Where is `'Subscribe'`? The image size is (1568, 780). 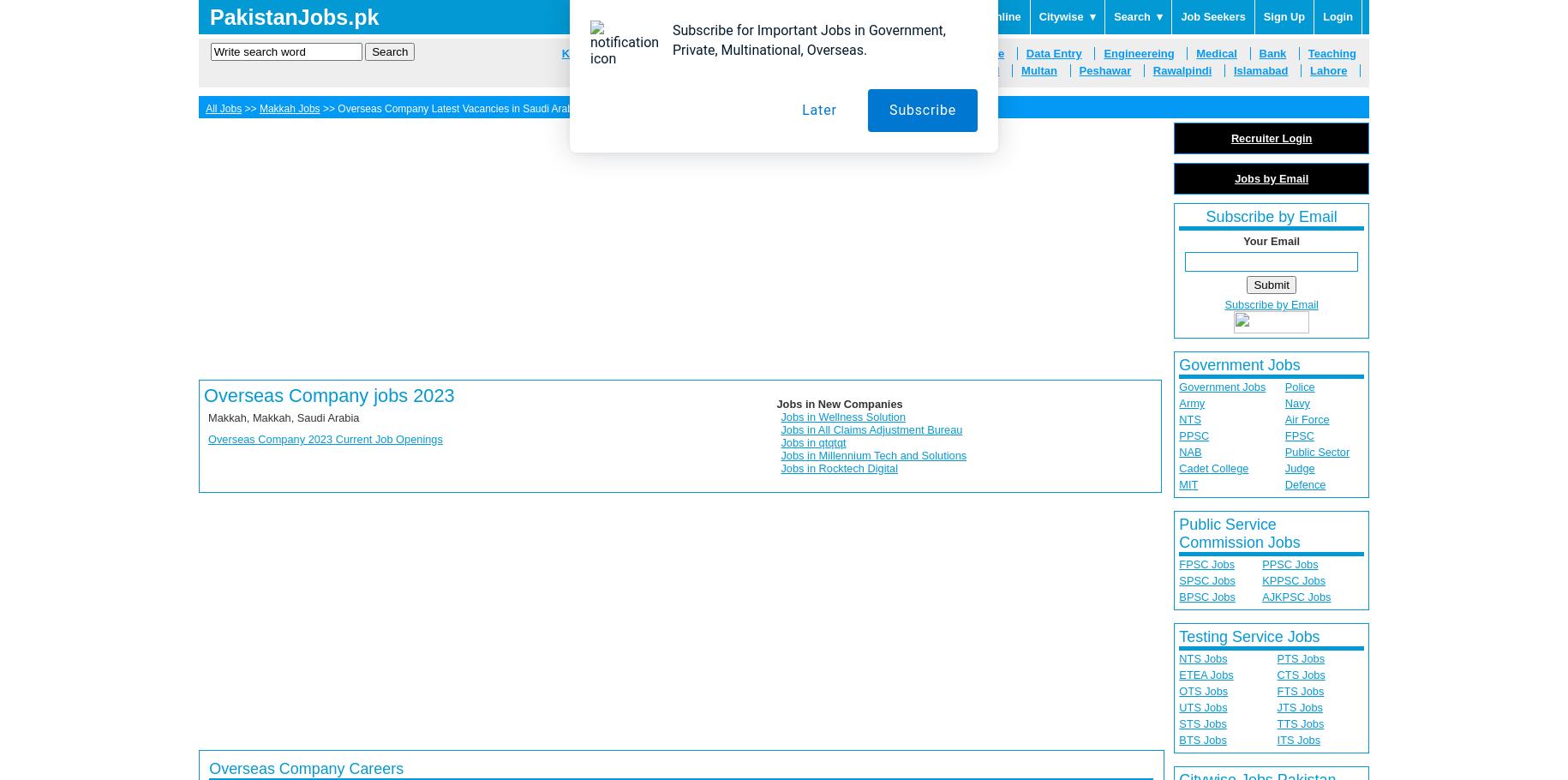
'Subscribe' is located at coordinates (922, 110).